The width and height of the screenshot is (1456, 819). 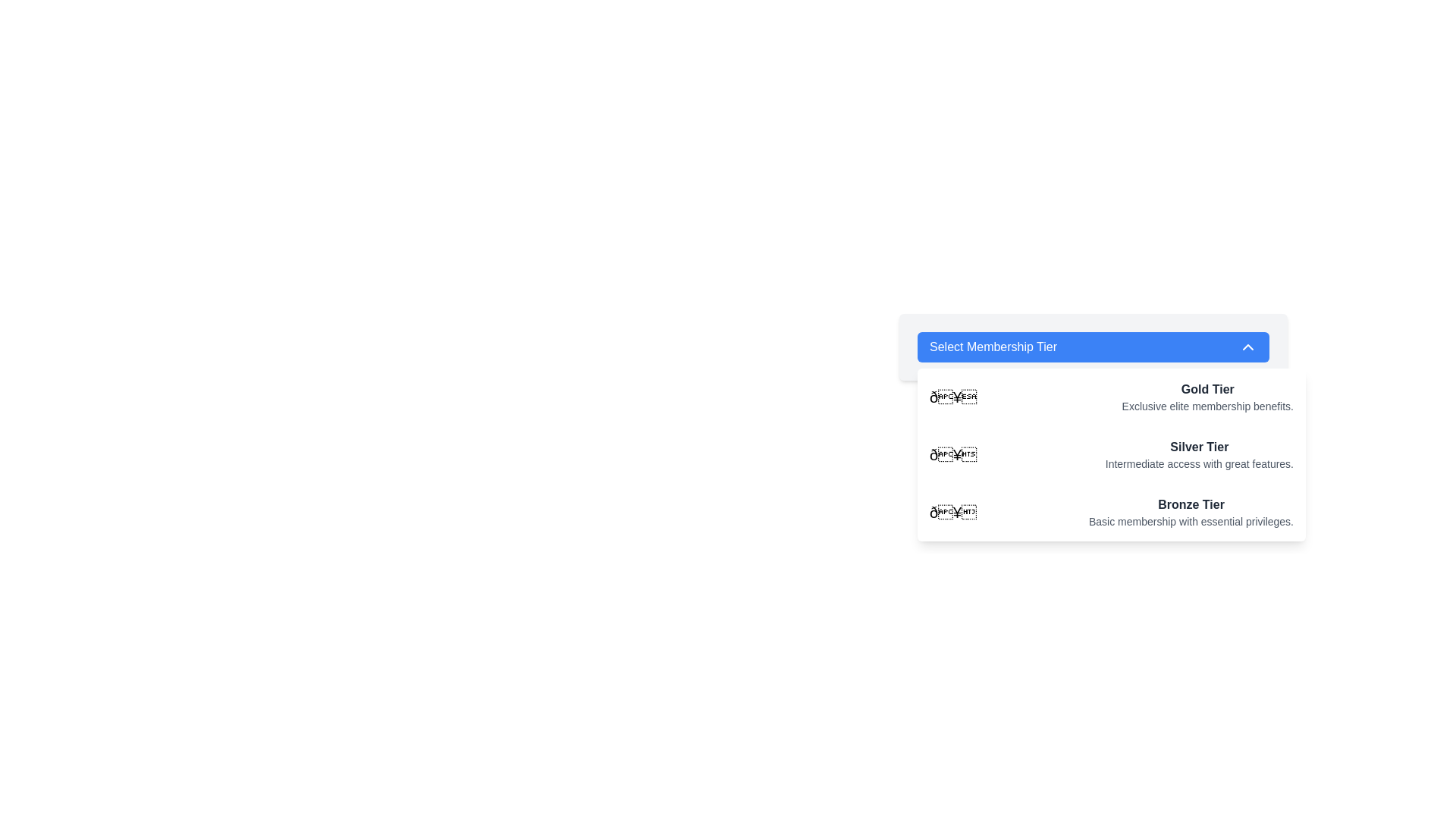 I want to click on the 'Silver Tier' list item in the dropdown, so click(x=1111, y=454).